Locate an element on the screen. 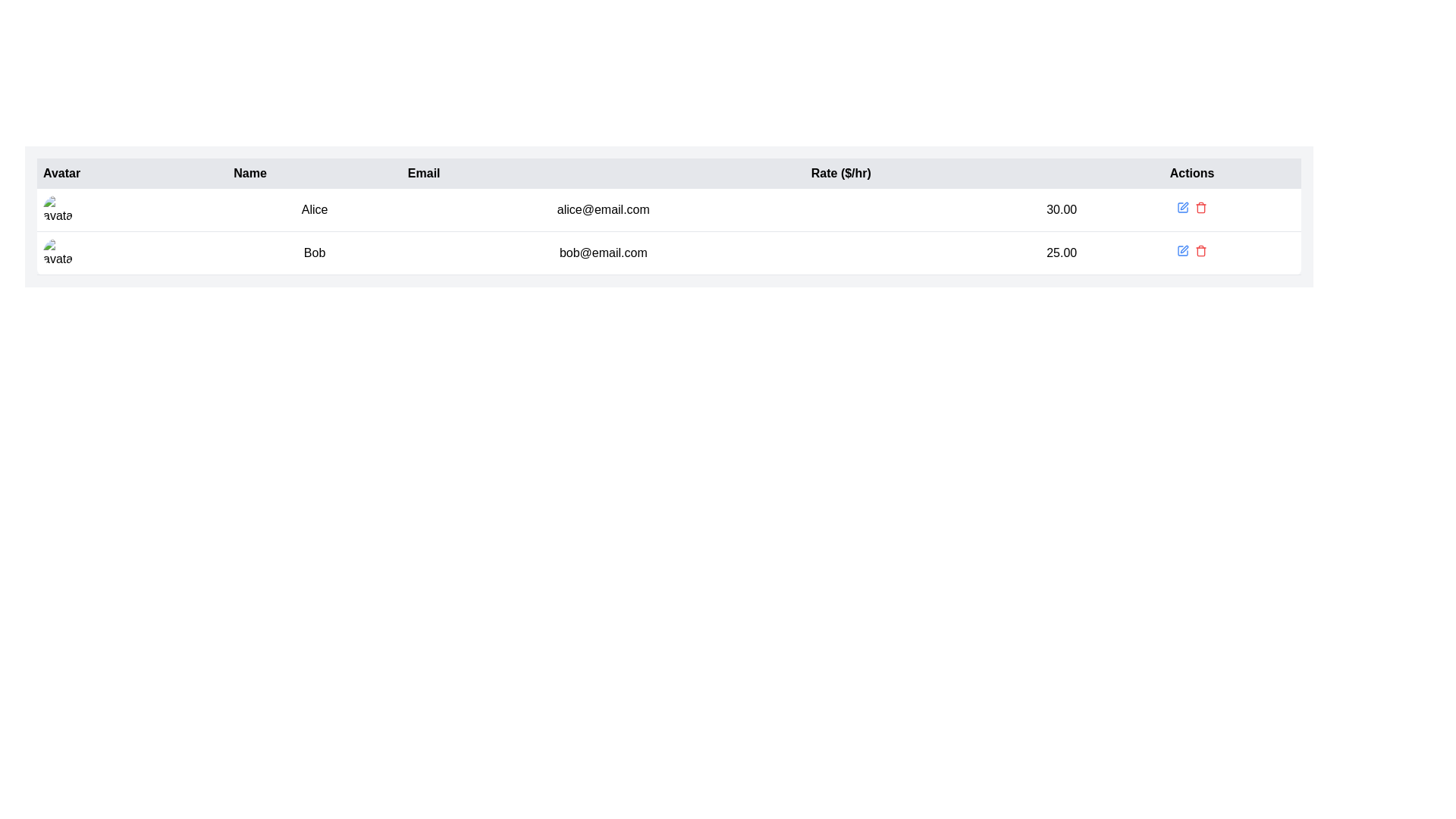 This screenshot has width=1456, height=819. the avatar image element located in the first cell of the first row under the 'Avatar' column to interact with it is located at coordinates (58, 210).